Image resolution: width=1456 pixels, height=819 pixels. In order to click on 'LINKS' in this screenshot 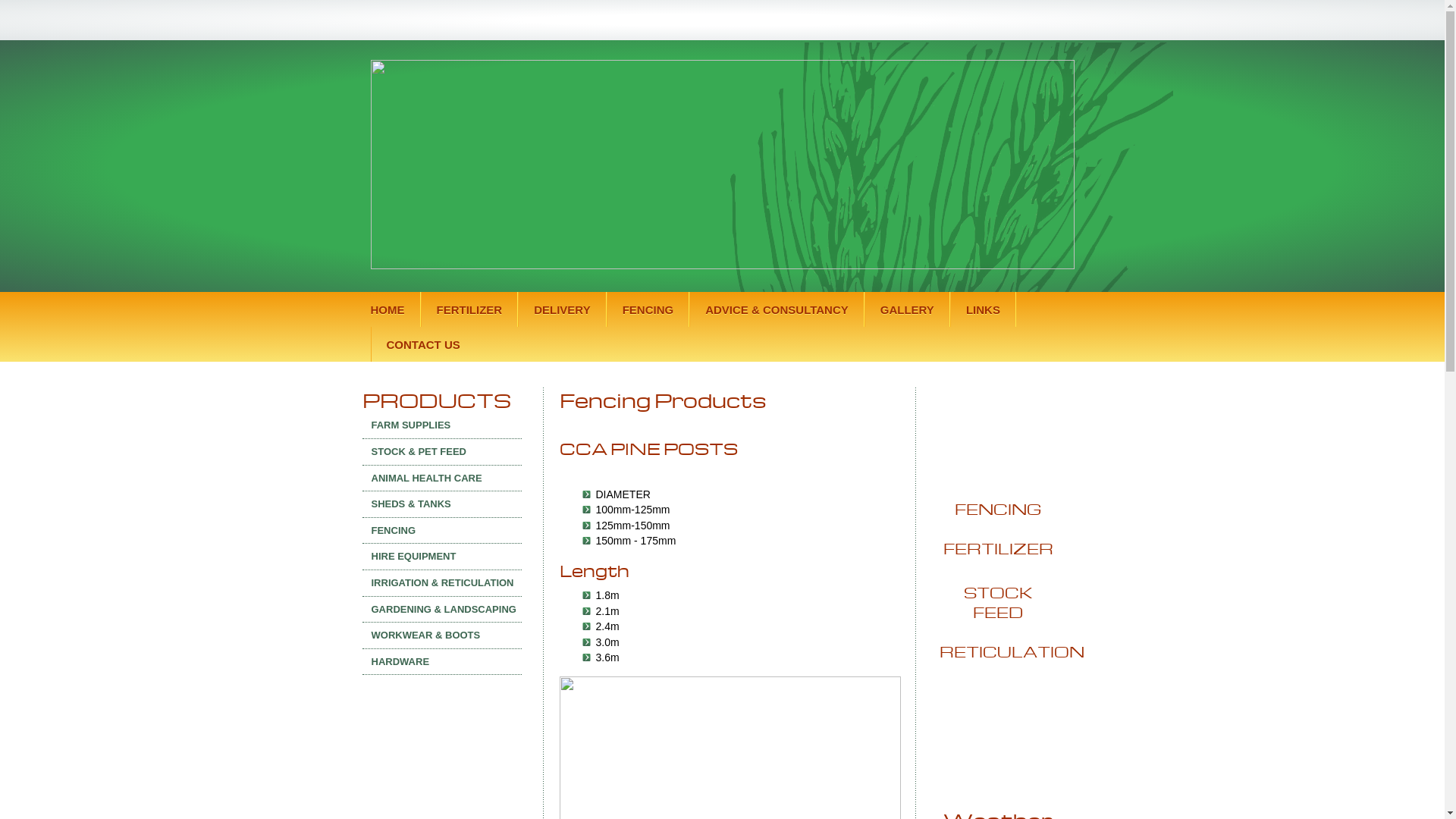, I will do `click(949, 309)`.